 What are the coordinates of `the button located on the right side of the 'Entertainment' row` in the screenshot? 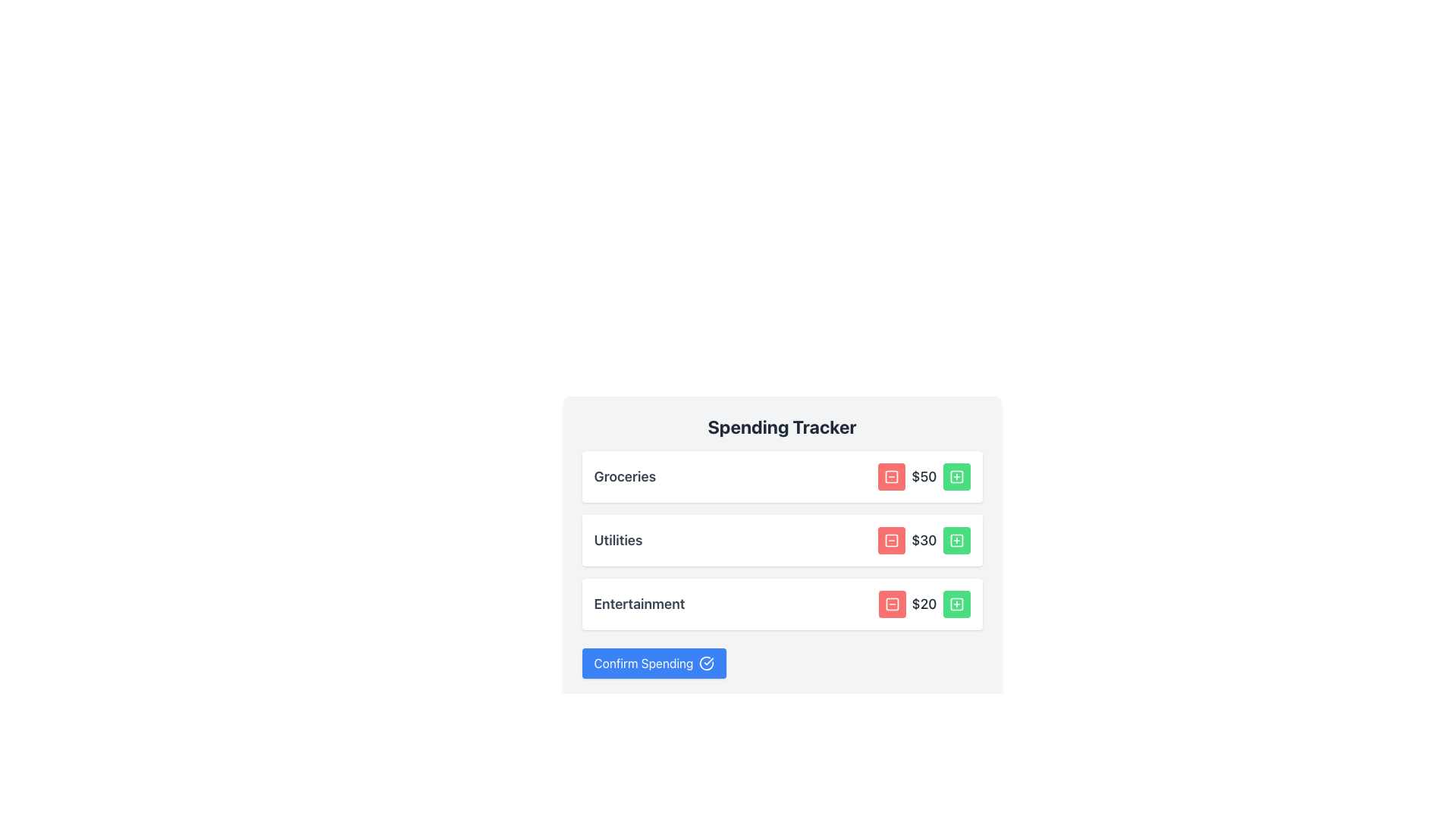 It's located at (955, 604).